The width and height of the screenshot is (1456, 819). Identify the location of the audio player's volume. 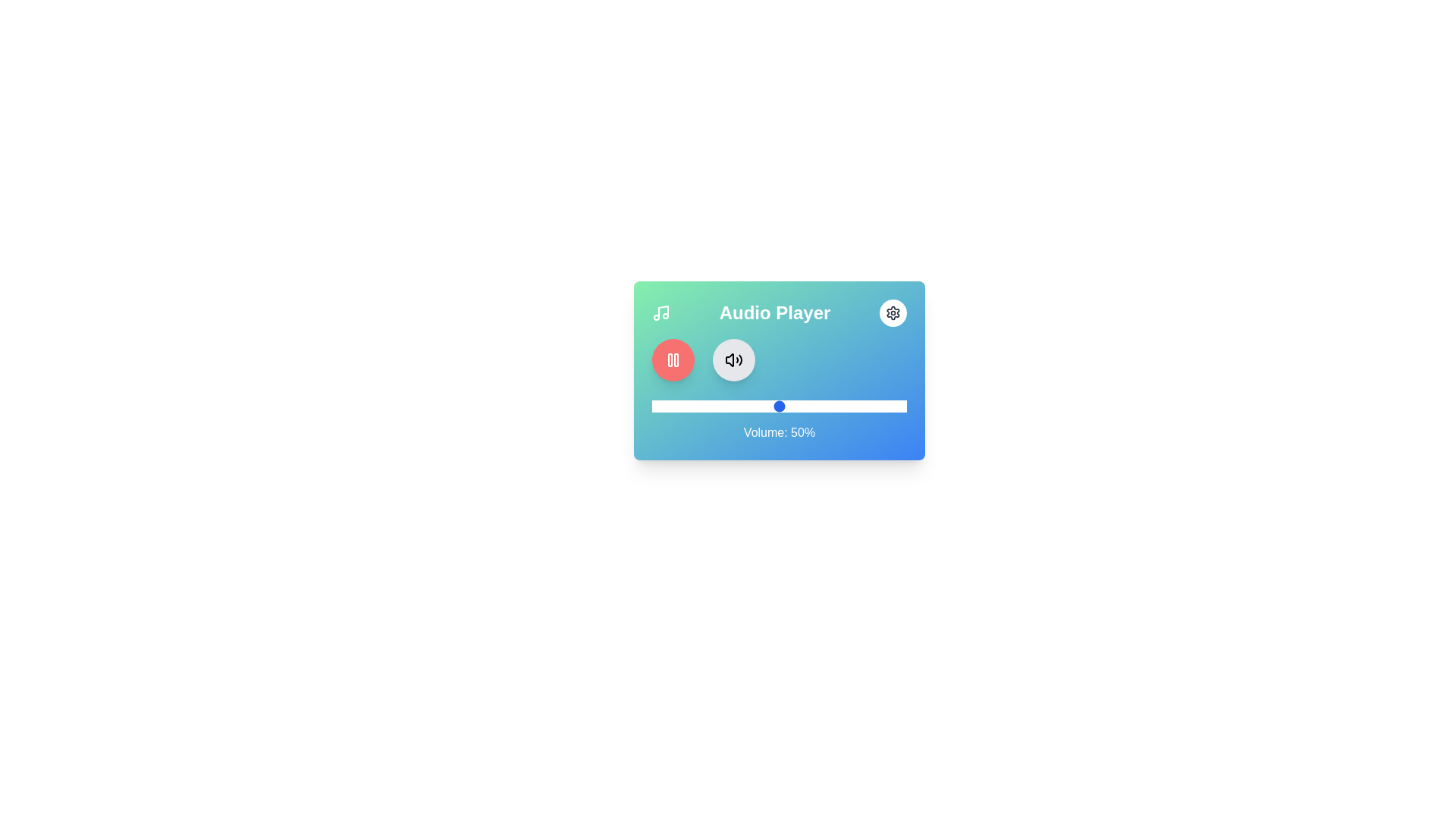
(853, 406).